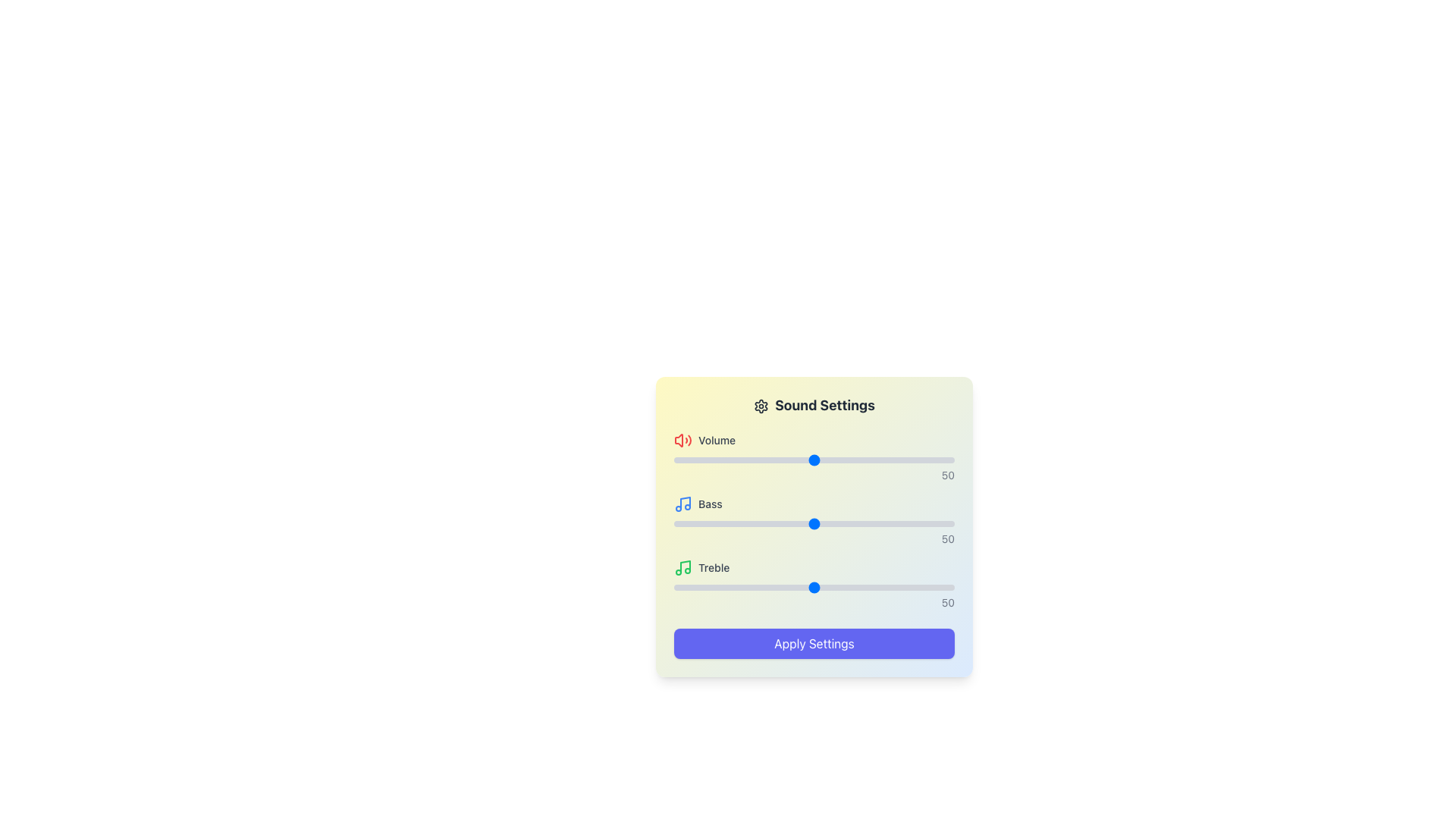 This screenshot has height=819, width=1456. I want to click on the treble level, so click(859, 587).